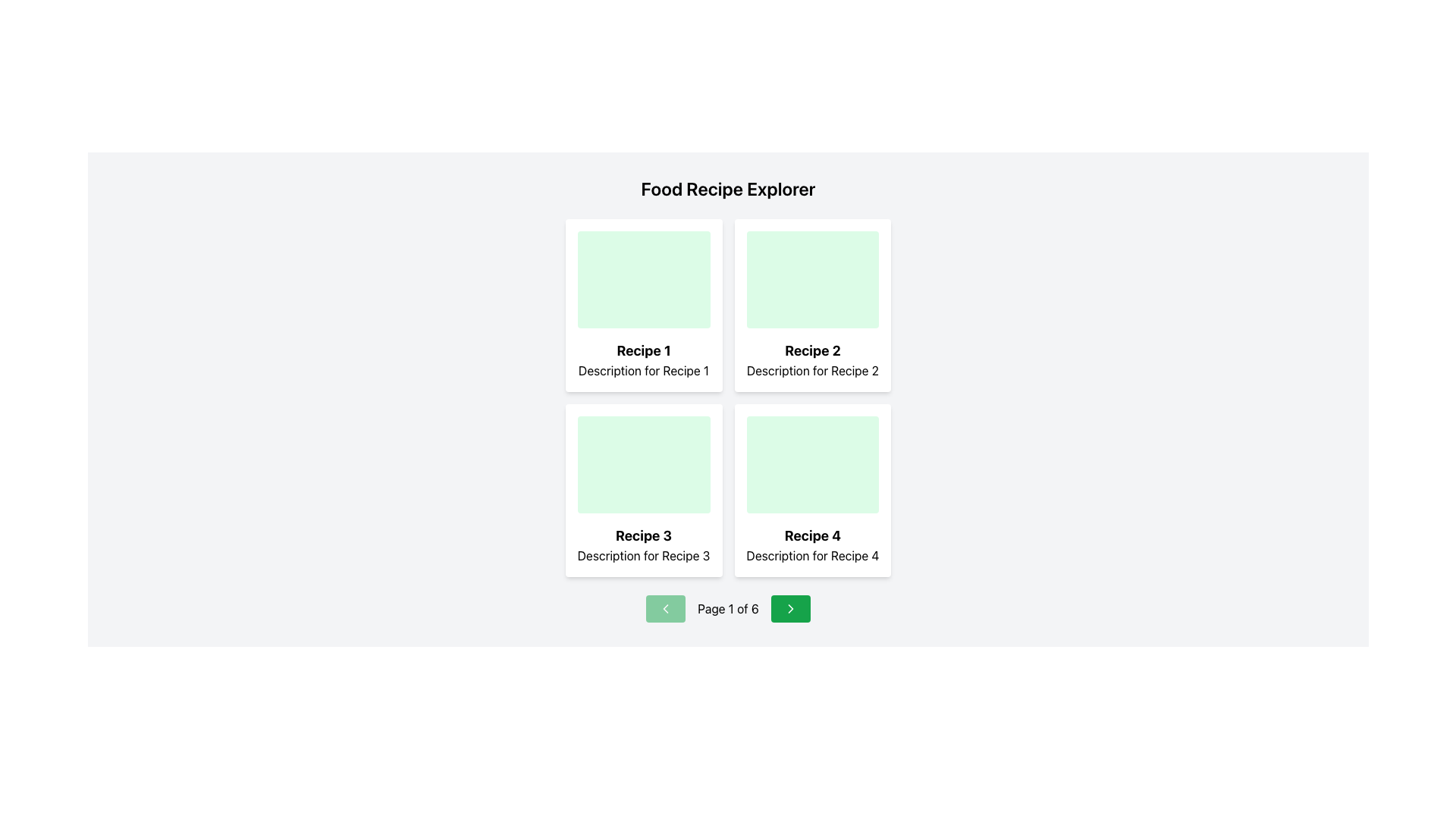 The height and width of the screenshot is (819, 1456). I want to click on the visually minimalistic green rectangular field with rounded corners located at the top of the 'Recipe 1' card, so click(644, 280).